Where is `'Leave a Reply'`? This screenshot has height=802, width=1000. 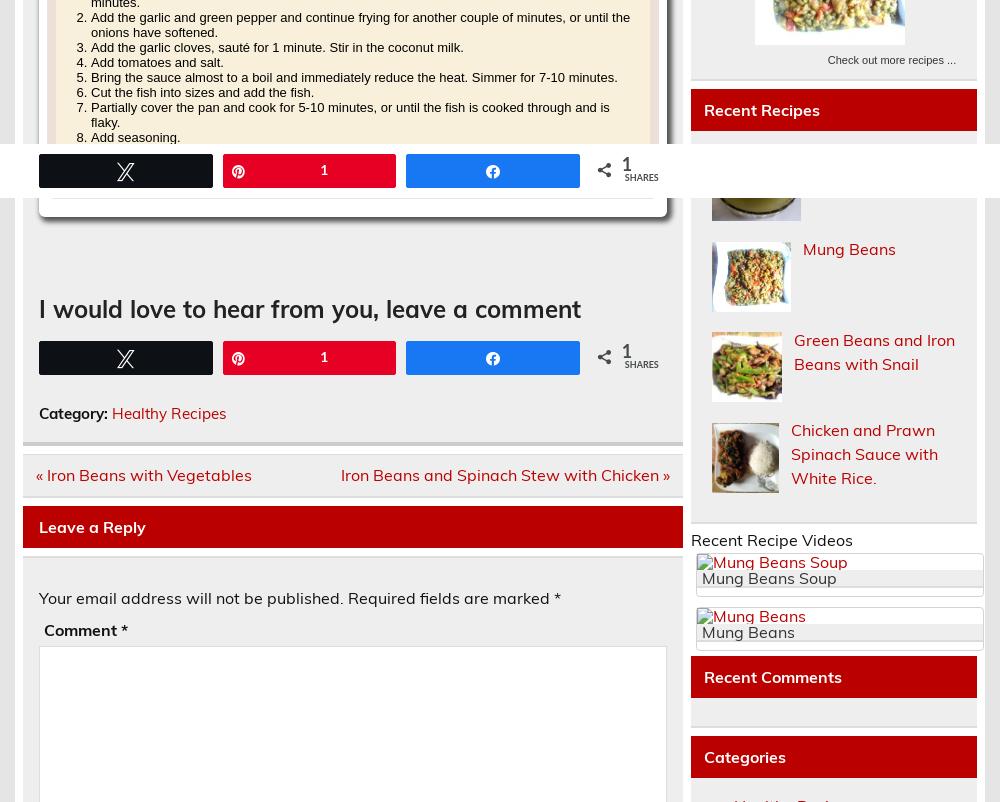
'Leave a Reply' is located at coordinates (91, 525).